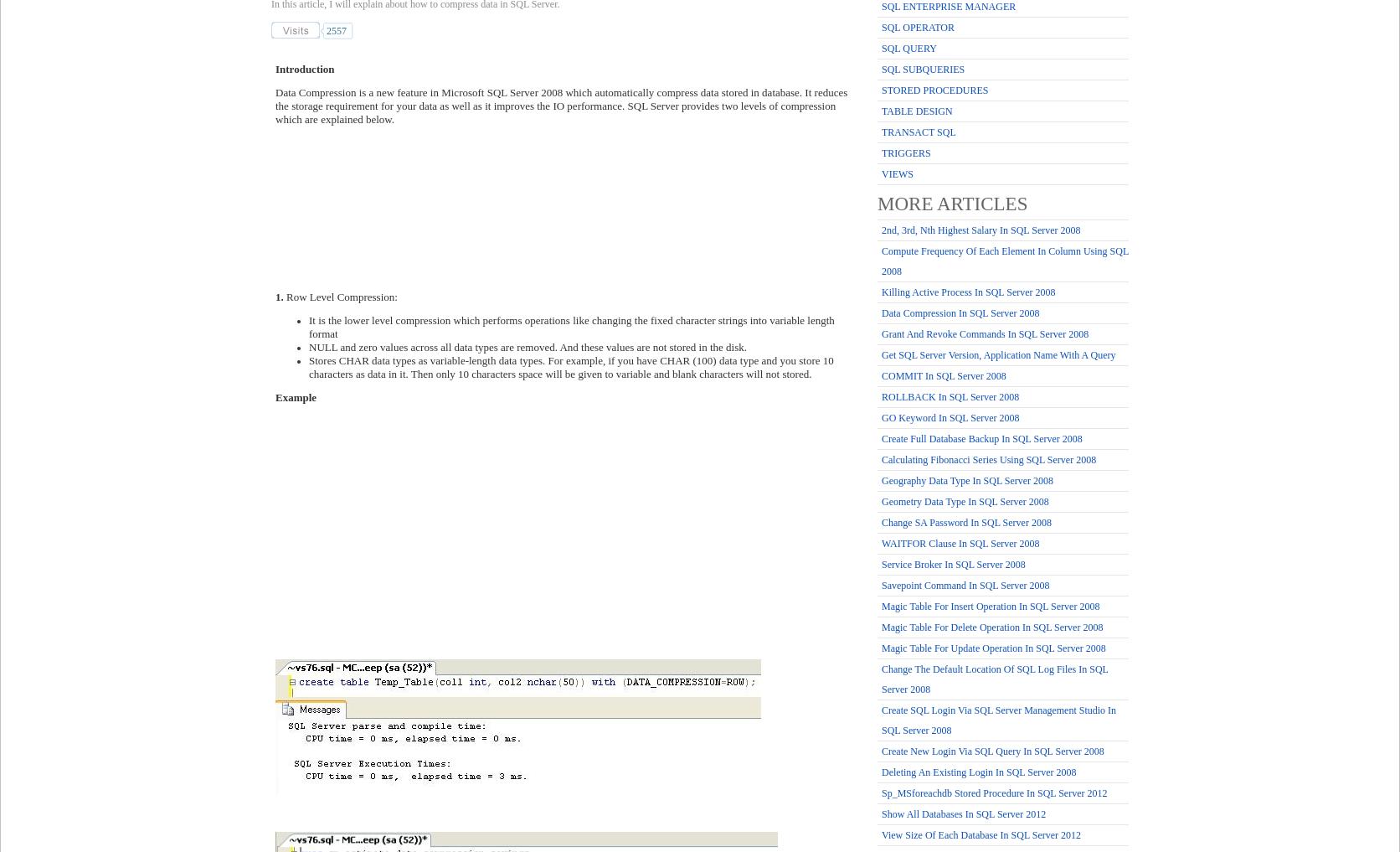 The height and width of the screenshot is (852, 1400). I want to click on 'Create New Login via SQL Query in SQL Server 2008', so click(882, 751).